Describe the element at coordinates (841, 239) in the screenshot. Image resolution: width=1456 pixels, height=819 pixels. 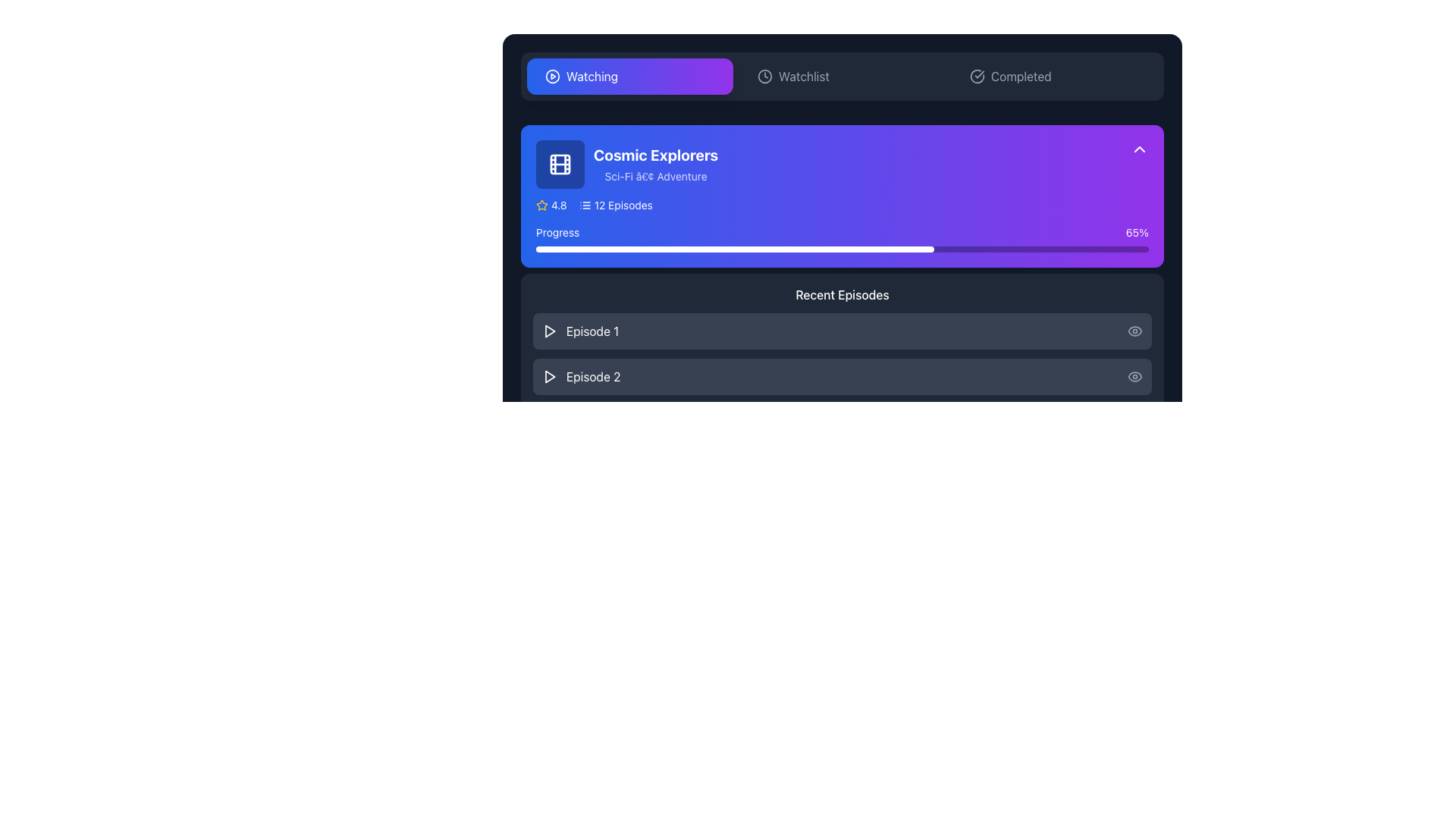
I see `the progress bar with a gradient color scheme transitioning from blue to purple, located below the 'Progress' label and next to the '65%' indicator within the 'Cosmic Explorers' card` at that location.